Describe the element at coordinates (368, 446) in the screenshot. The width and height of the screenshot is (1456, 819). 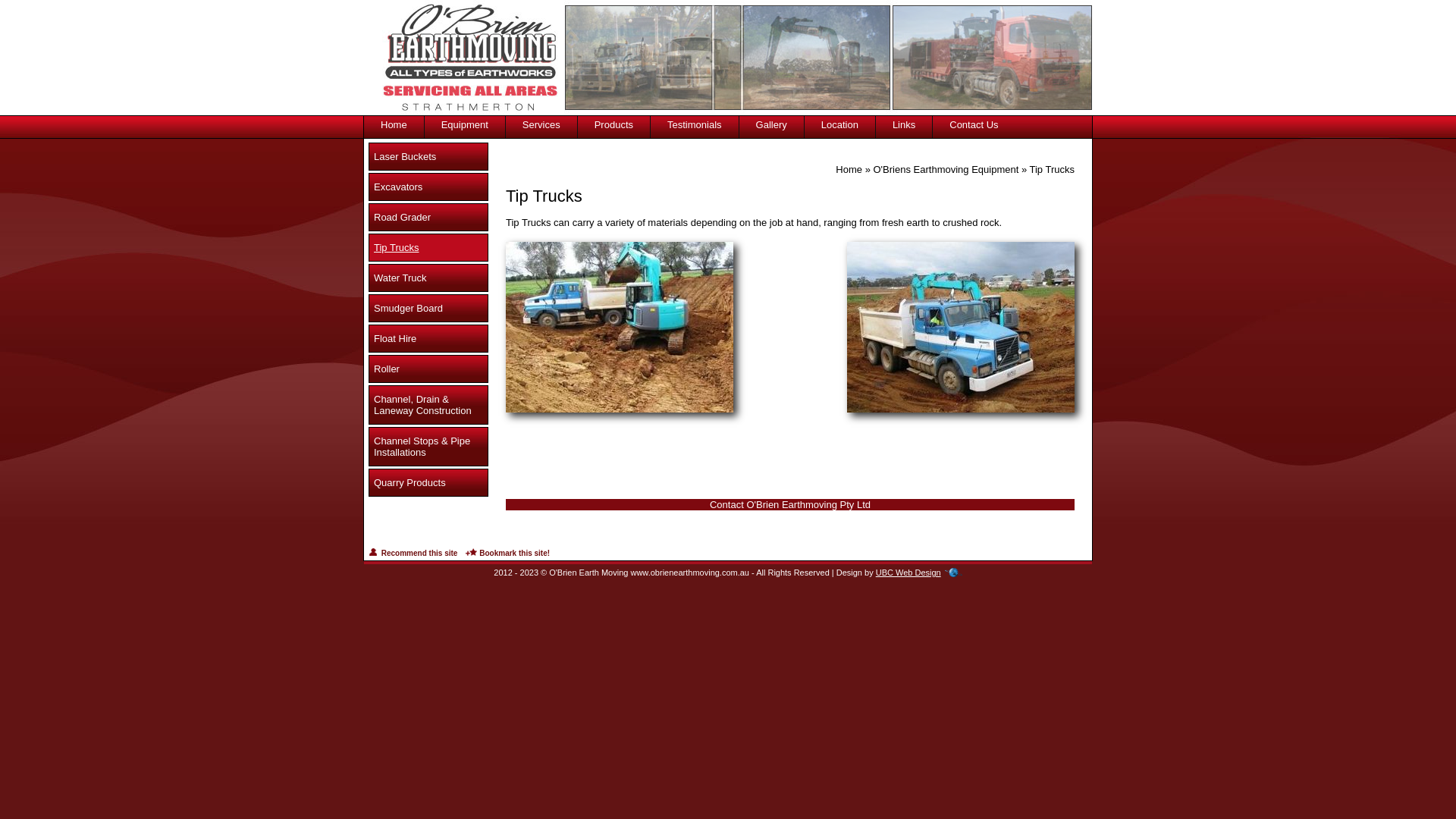
I see `'Channel Stops & Pipe Installations'` at that location.